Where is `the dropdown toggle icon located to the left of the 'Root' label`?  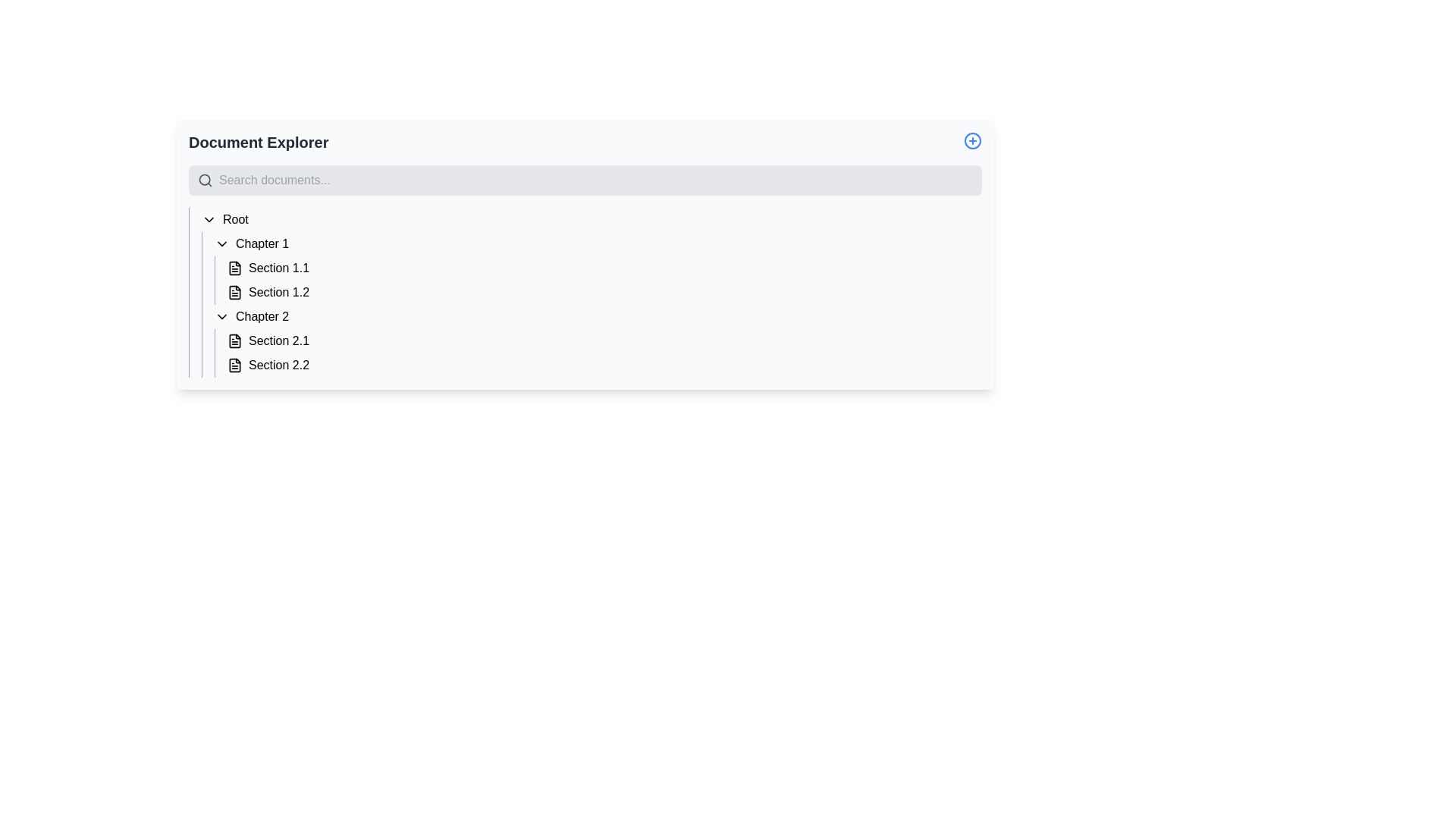 the dropdown toggle icon located to the left of the 'Root' label is located at coordinates (208, 219).